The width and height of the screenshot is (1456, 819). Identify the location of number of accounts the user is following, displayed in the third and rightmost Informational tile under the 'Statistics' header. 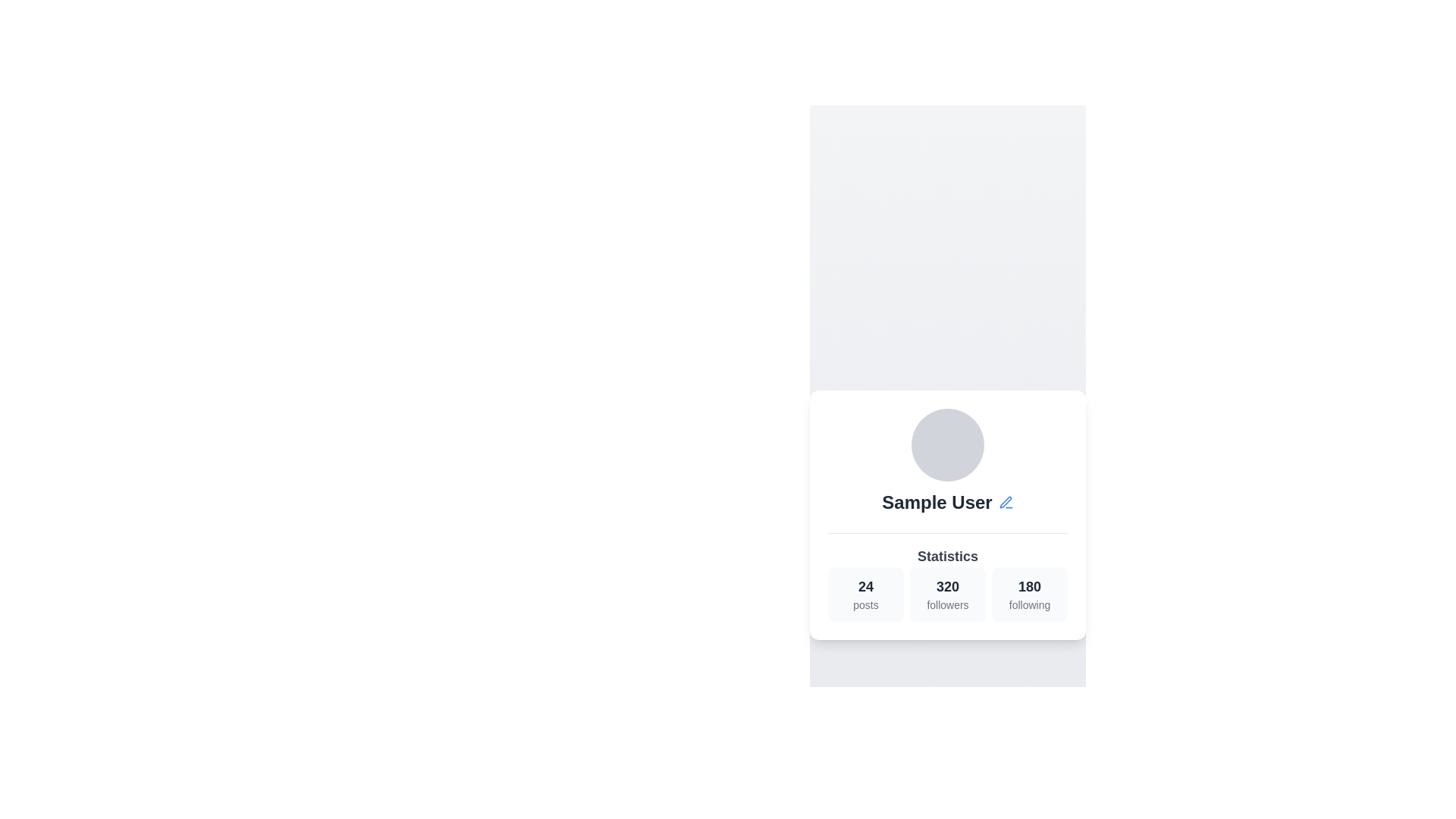
(1030, 593).